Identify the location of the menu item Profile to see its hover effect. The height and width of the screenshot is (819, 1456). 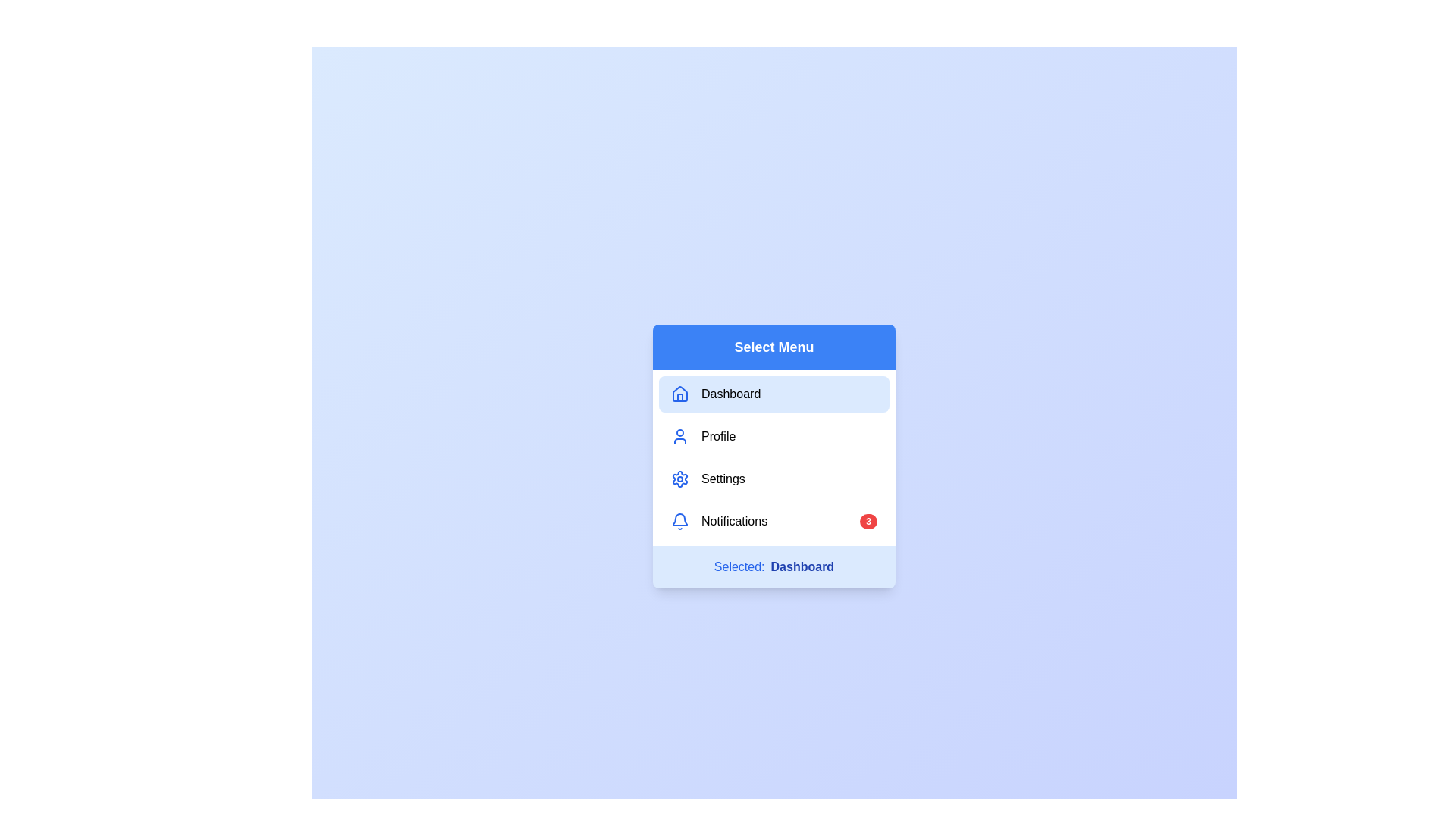
(774, 436).